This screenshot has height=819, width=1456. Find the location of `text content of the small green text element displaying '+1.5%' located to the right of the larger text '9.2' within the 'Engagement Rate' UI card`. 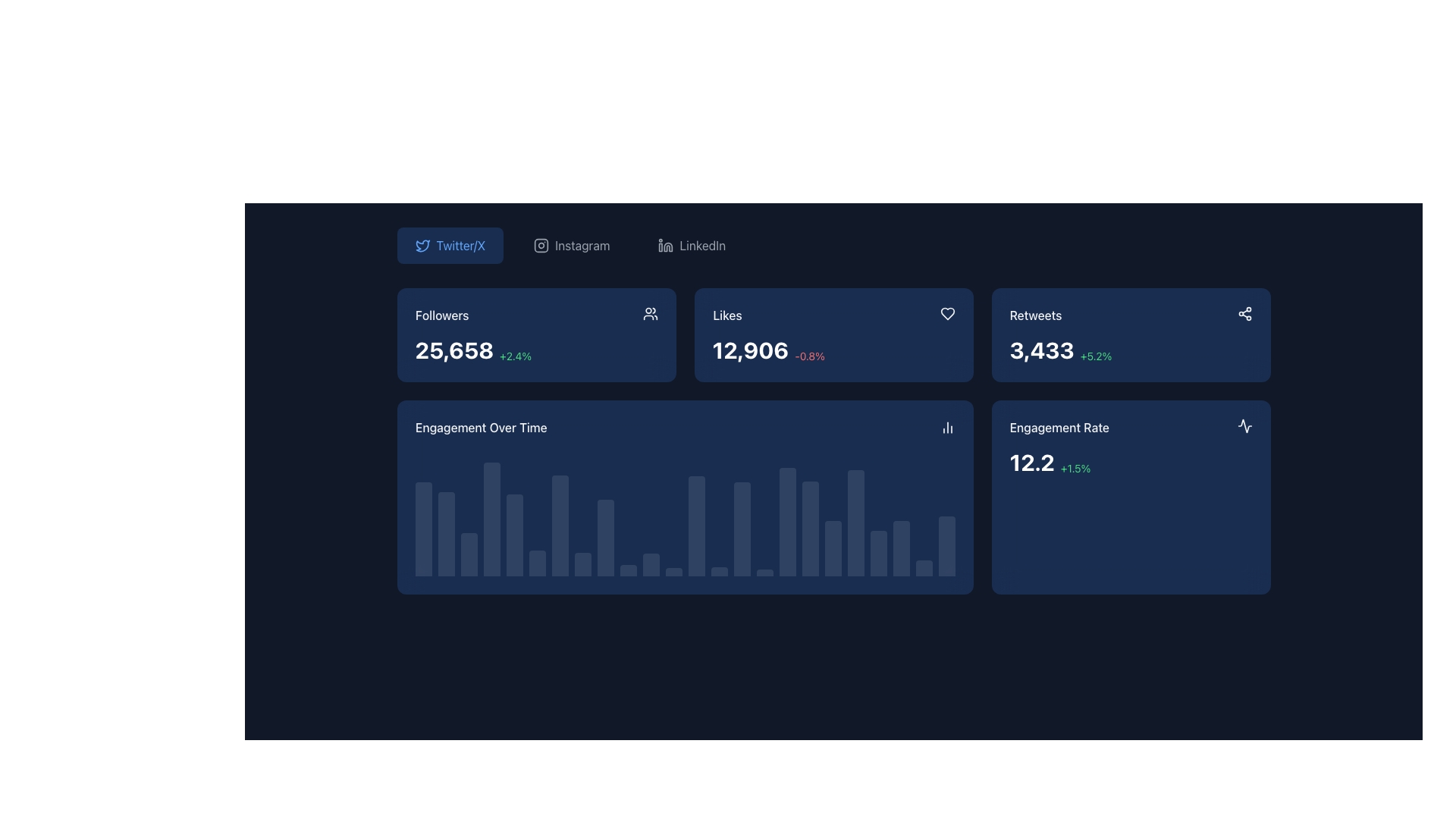

text content of the small green text element displaying '+1.5%' located to the right of the larger text '9.2' within the 'Engagement Rate' UI card is located at coordinates (1064, 467).